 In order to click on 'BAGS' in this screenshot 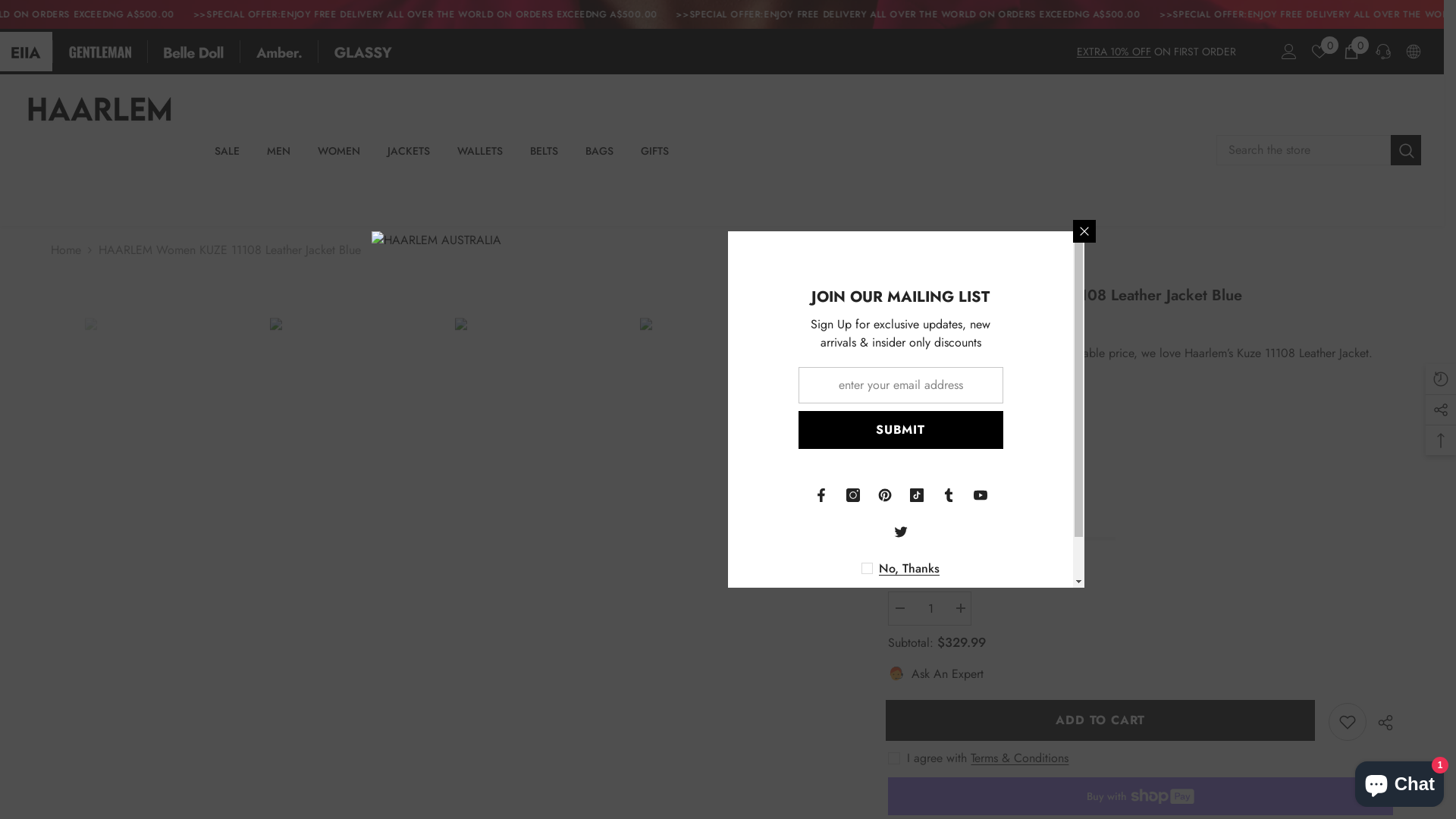, I will do `click(598, 157)`.